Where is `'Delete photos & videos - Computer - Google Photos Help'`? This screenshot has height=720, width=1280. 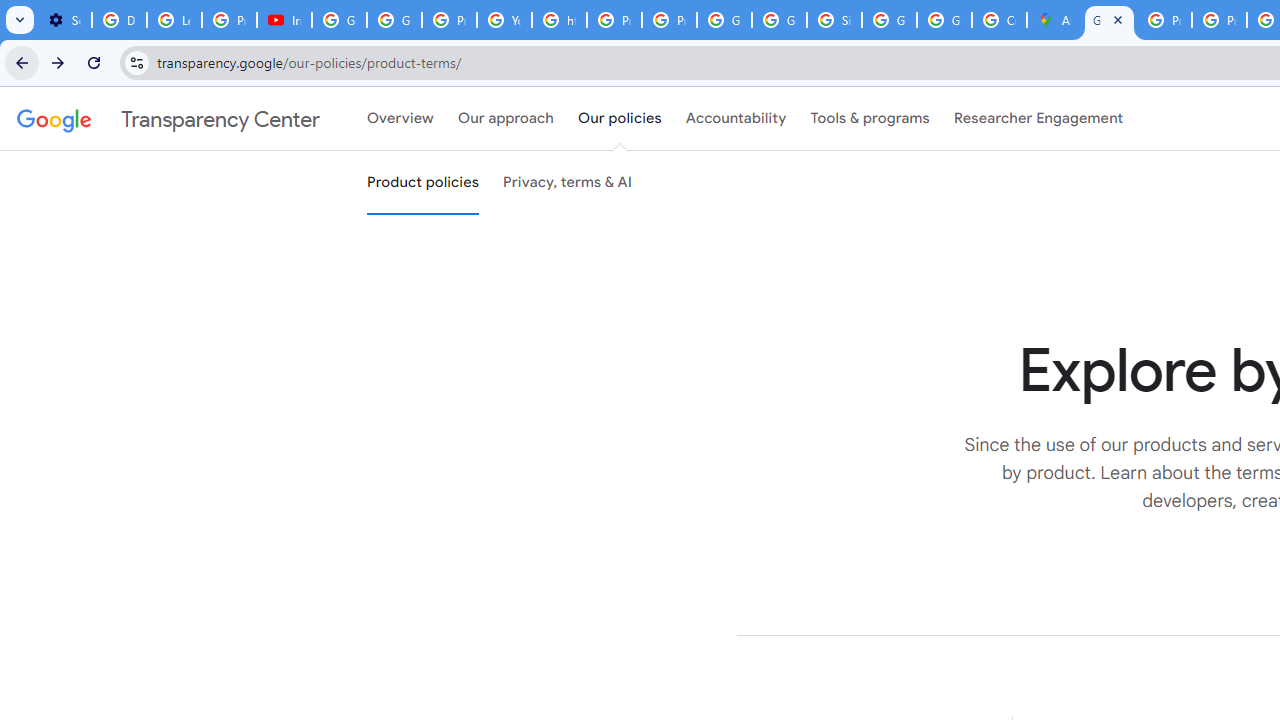 'Delete photos & videos - Computer - Google Photos Help' is located at coordinates (118, 20).